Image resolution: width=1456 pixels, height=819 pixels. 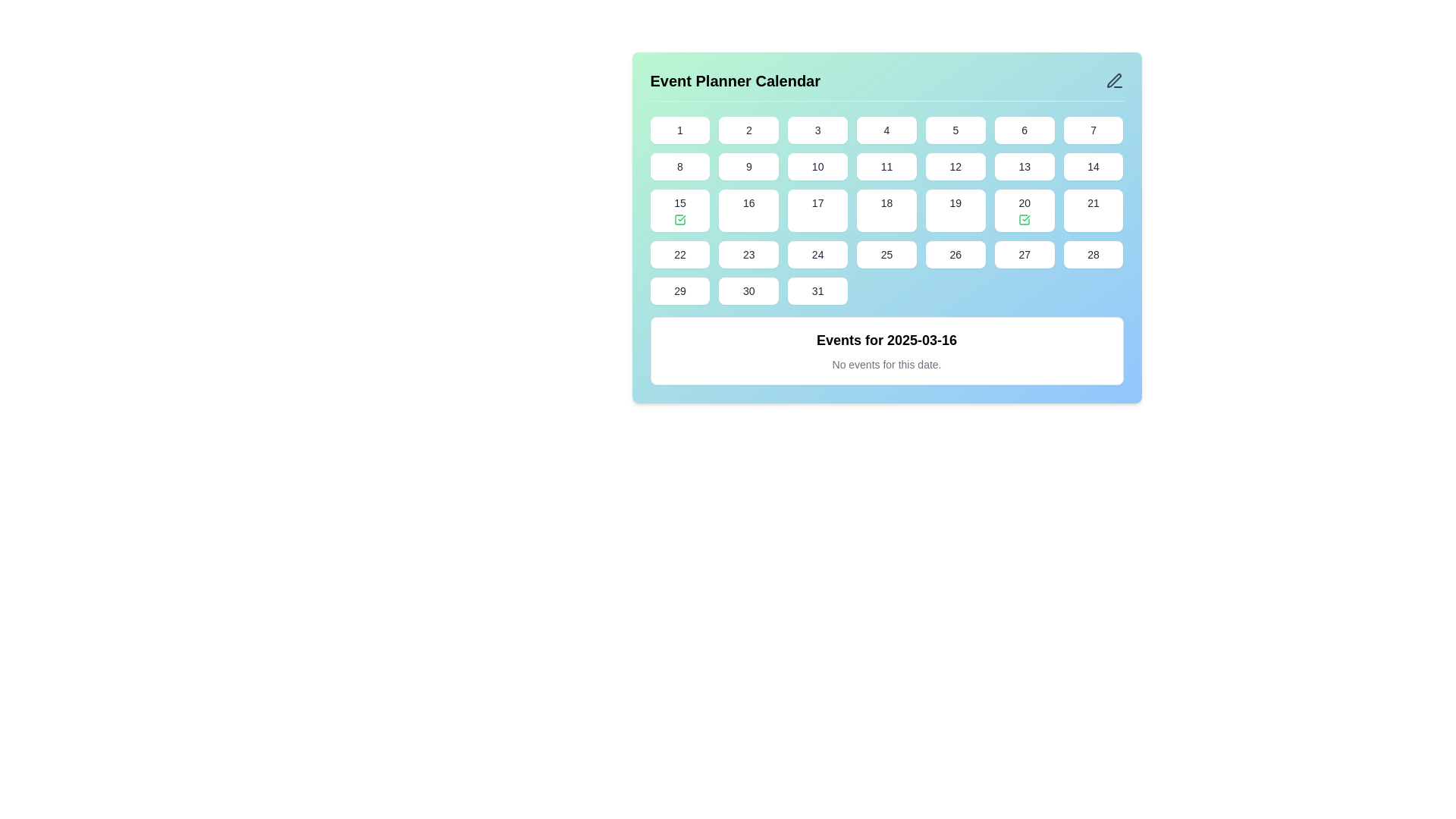 What do you see at coordinates (748, 210) in the screenshot?
I see `the day selector button labeled '16' in the calendar interface` at bounding box center [748, 210].